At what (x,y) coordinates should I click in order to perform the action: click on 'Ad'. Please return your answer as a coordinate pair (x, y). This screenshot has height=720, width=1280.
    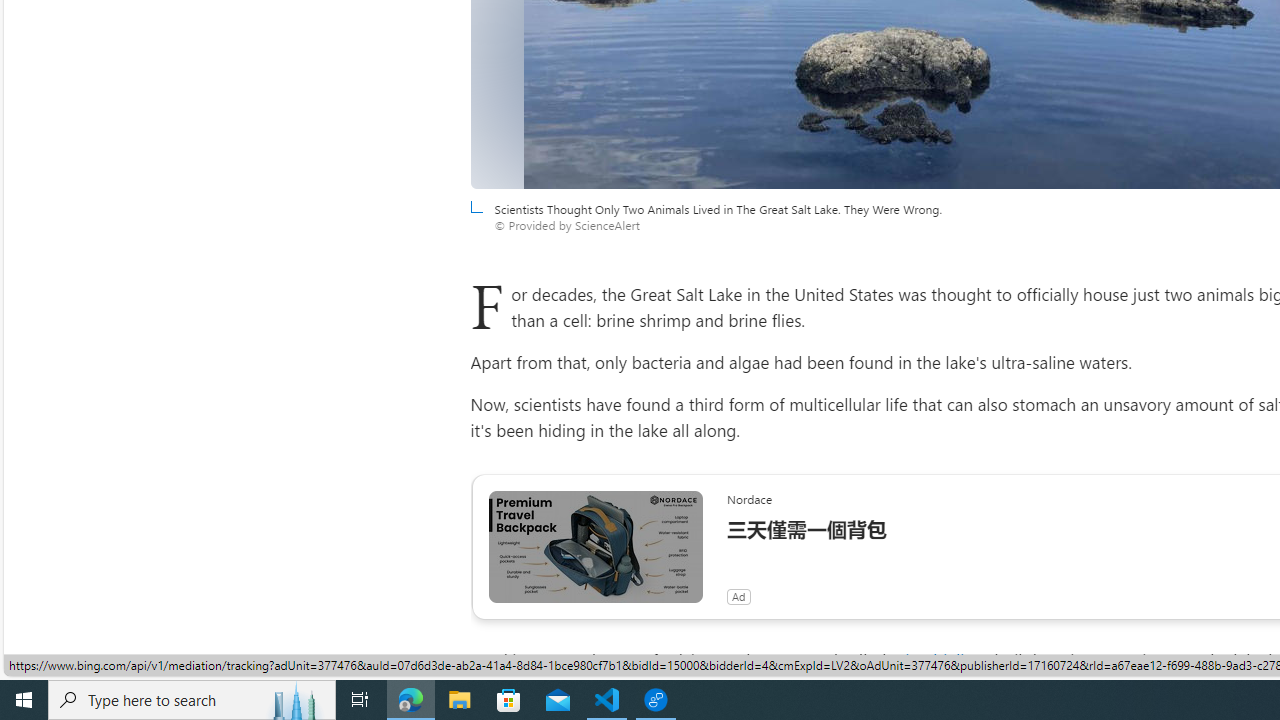
    Looking at the image, I should click on (737, 595).